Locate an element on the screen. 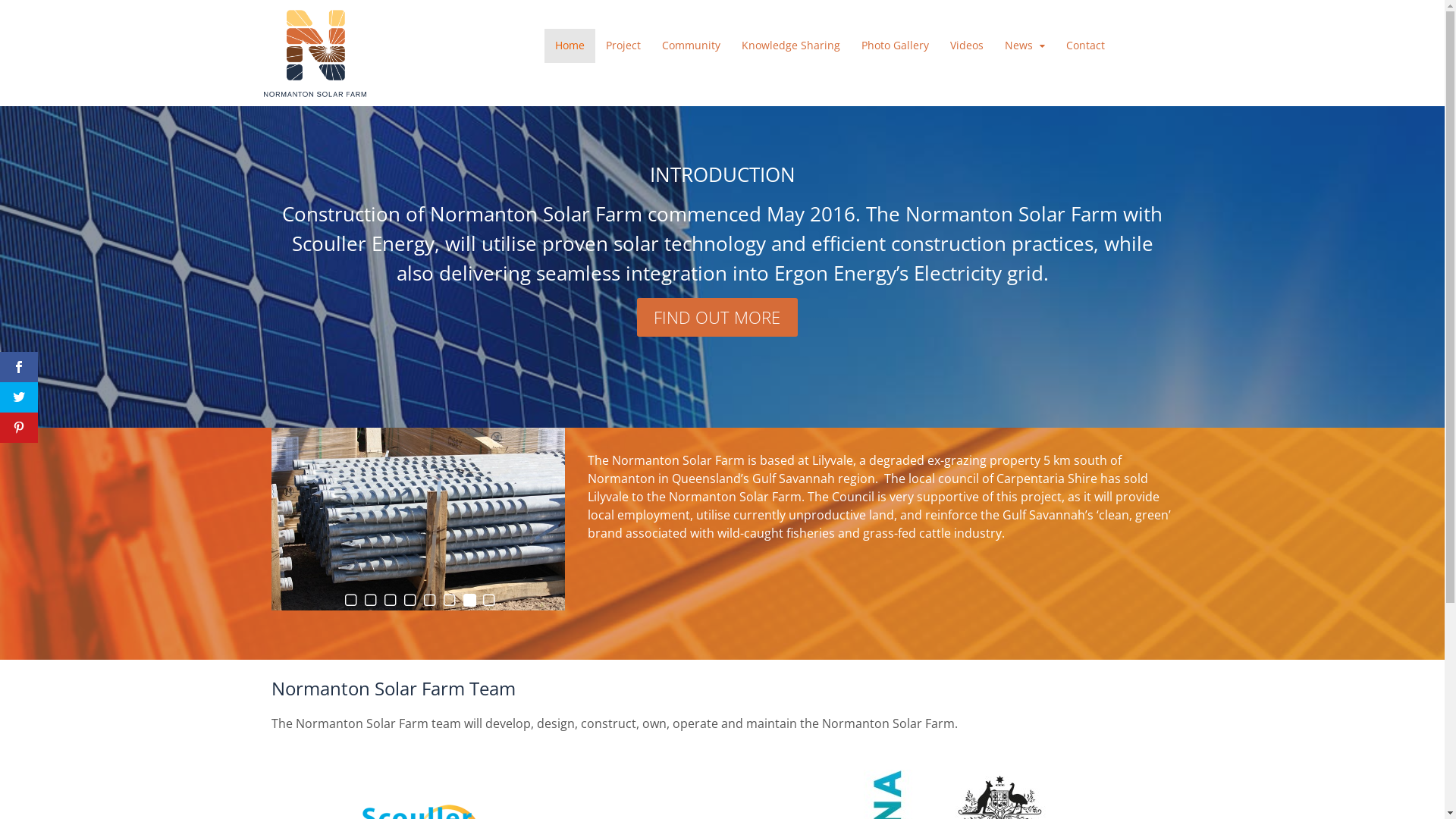  'Videos' is located at coordinates (938, 45).